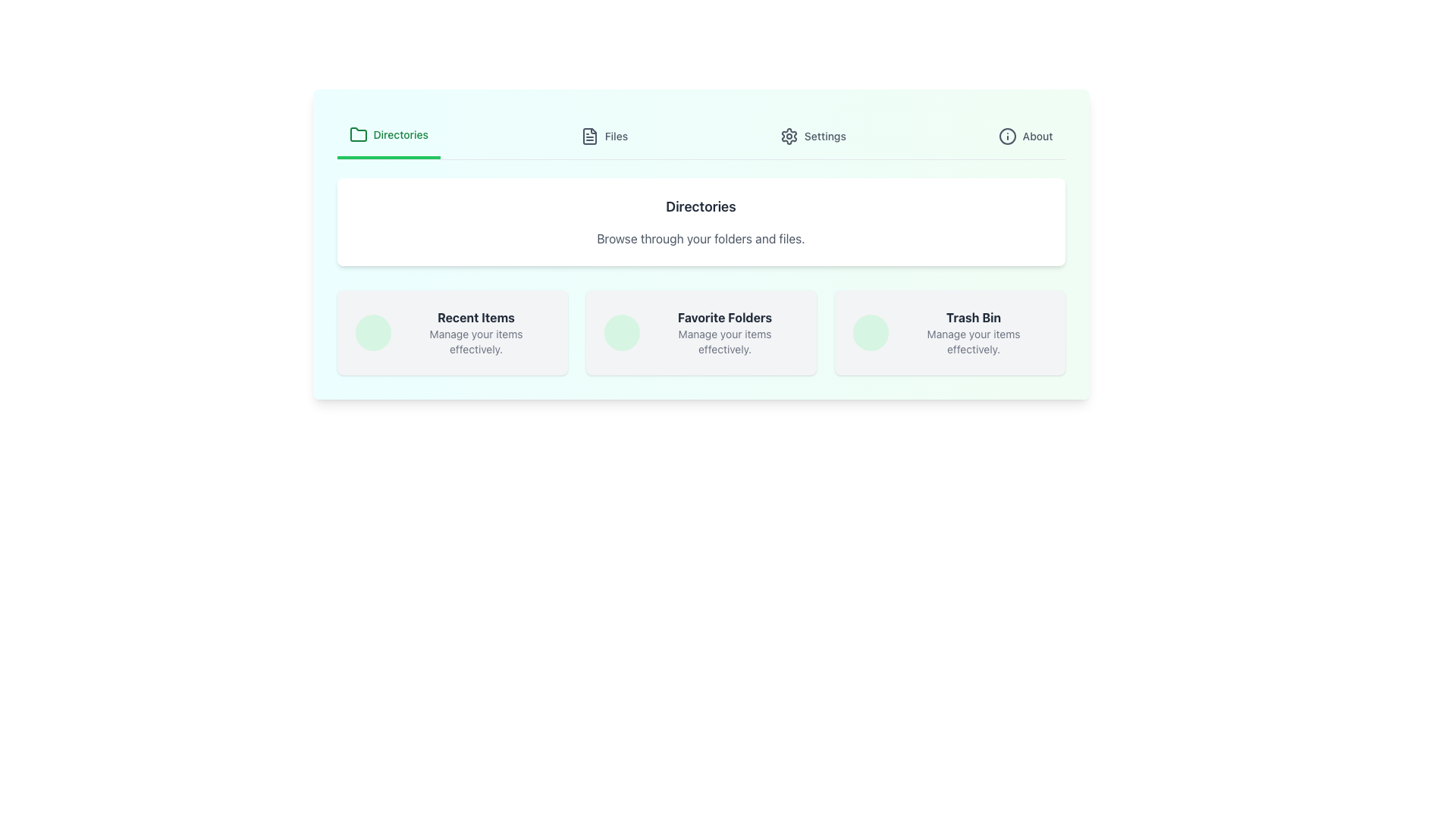  Describe the element at coordinates (451, 332) in the screenshot. I see `the 'Recent Items' clickable card, which is the first element in a three-column grid layout` at that location.